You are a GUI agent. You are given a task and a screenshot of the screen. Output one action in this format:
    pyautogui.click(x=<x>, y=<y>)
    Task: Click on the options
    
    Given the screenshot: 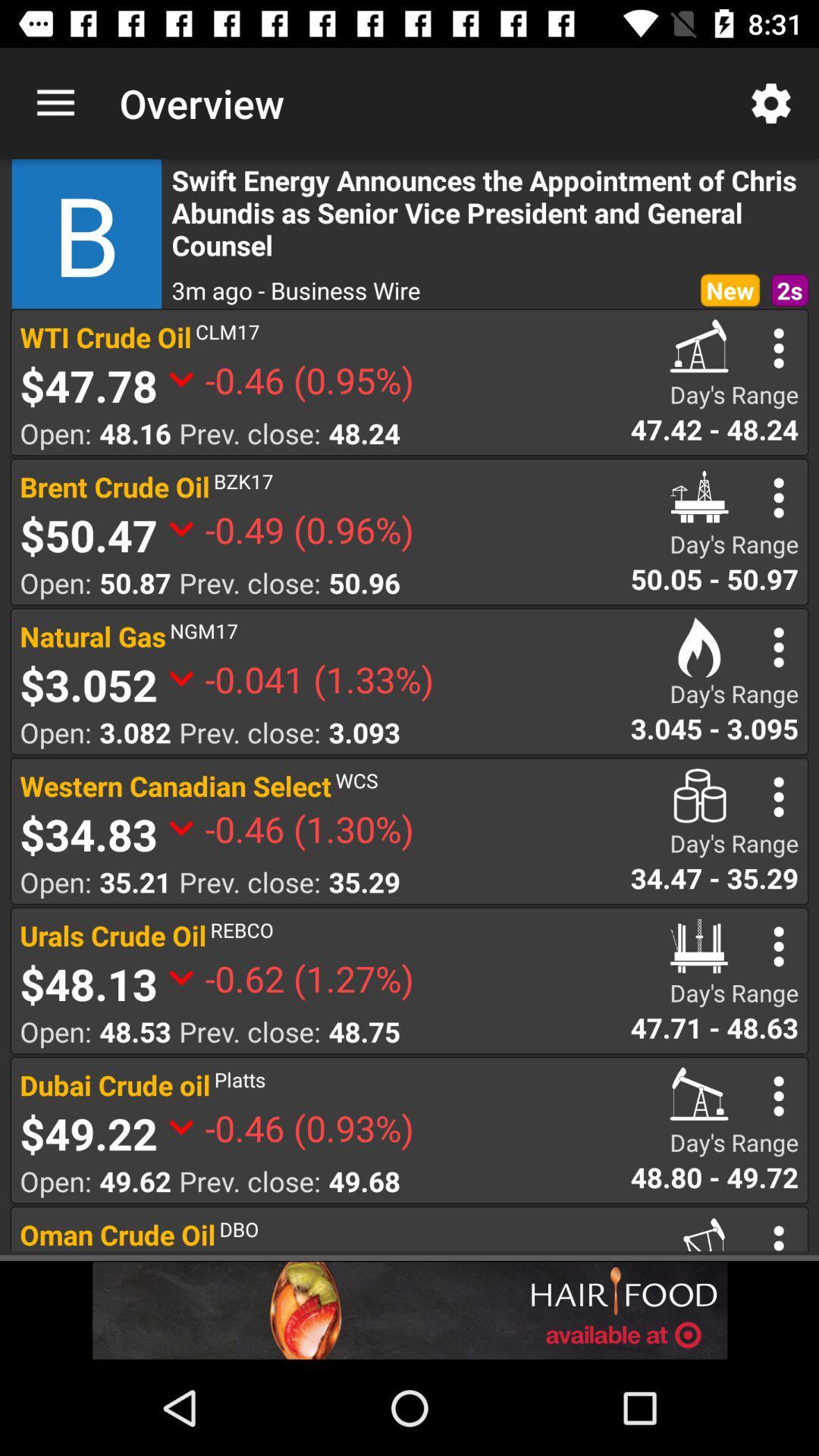 What is the action you would take?
    pyautogui.click(x=779, y=946)
    